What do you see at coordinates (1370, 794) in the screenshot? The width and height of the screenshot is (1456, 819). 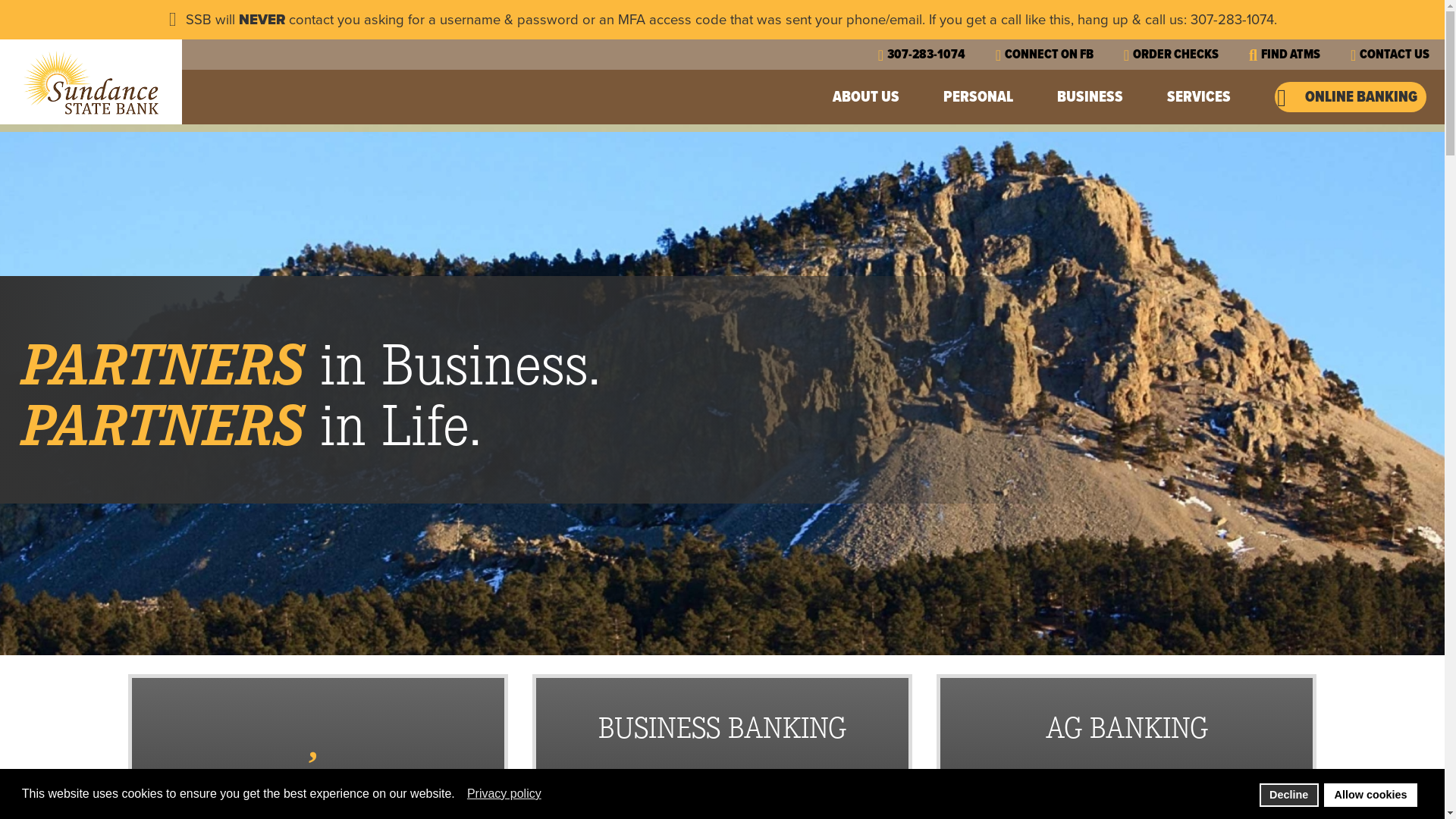 I see `'Allow cookies'` at bounding box center [1370, 794].